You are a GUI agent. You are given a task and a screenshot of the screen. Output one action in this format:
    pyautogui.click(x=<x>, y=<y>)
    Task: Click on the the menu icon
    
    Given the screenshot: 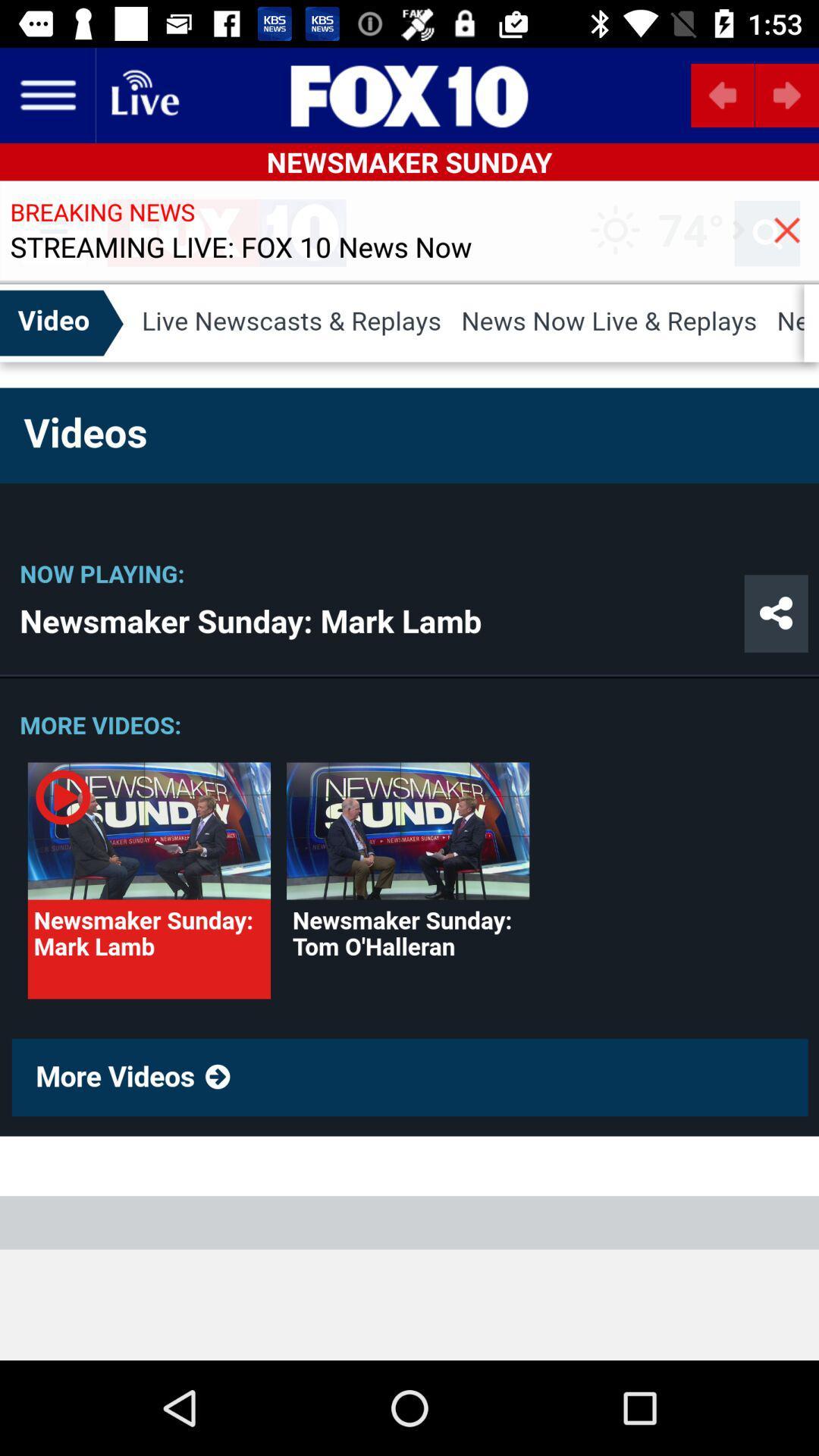 What is the action you would take?
    pyautogui.click(x=46, y=94)
    